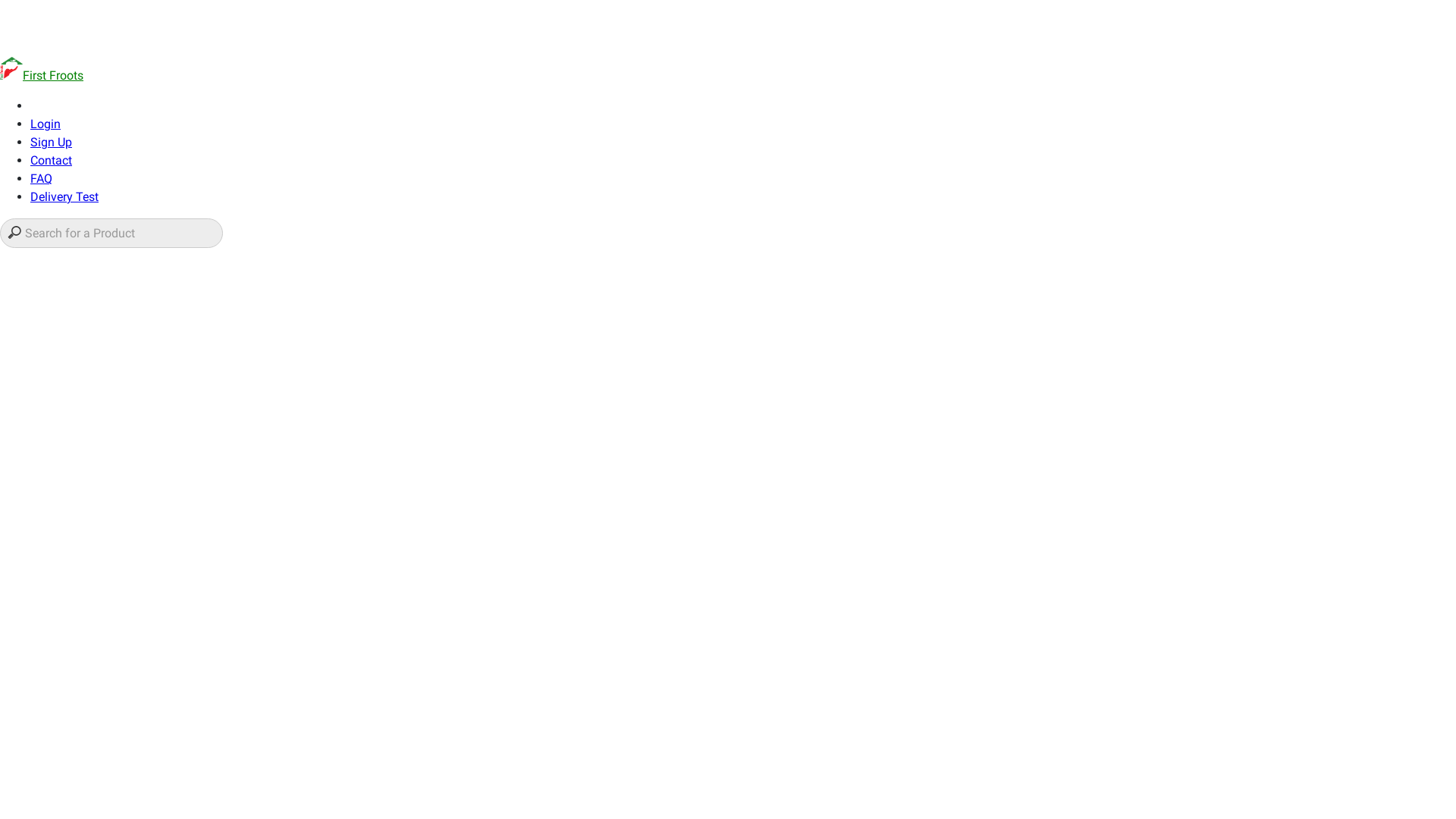 This screenshot has width=1456, height=819. I want to click on 'FAQ', so click(30, 177).